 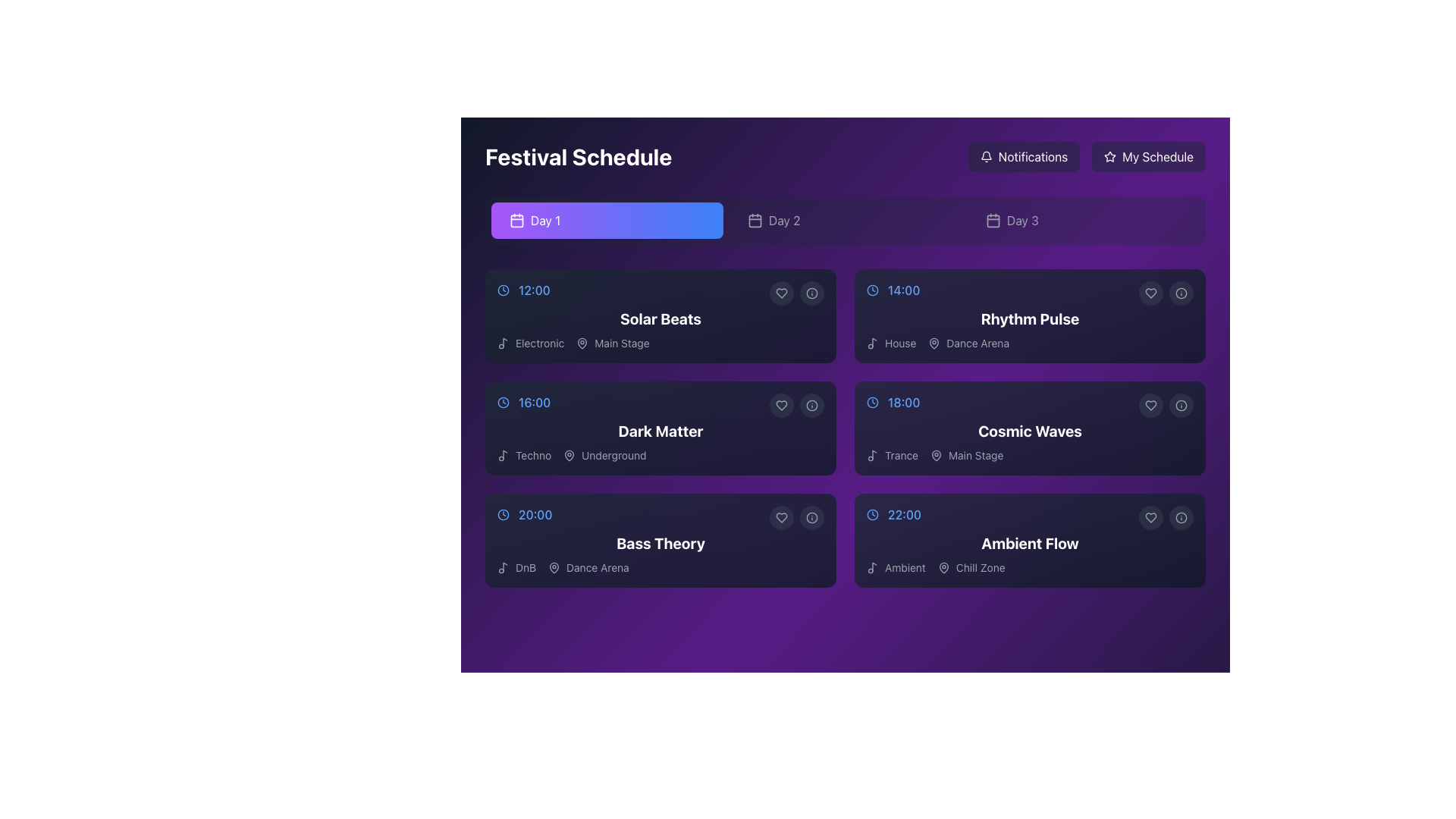 What do you see at coordinates (1150, 293) in the screenshot?
I see `the favorite or like button located in the top-right corner of the 'Rhythm Pulse' schedule card` at bounding box center [1150, 293].